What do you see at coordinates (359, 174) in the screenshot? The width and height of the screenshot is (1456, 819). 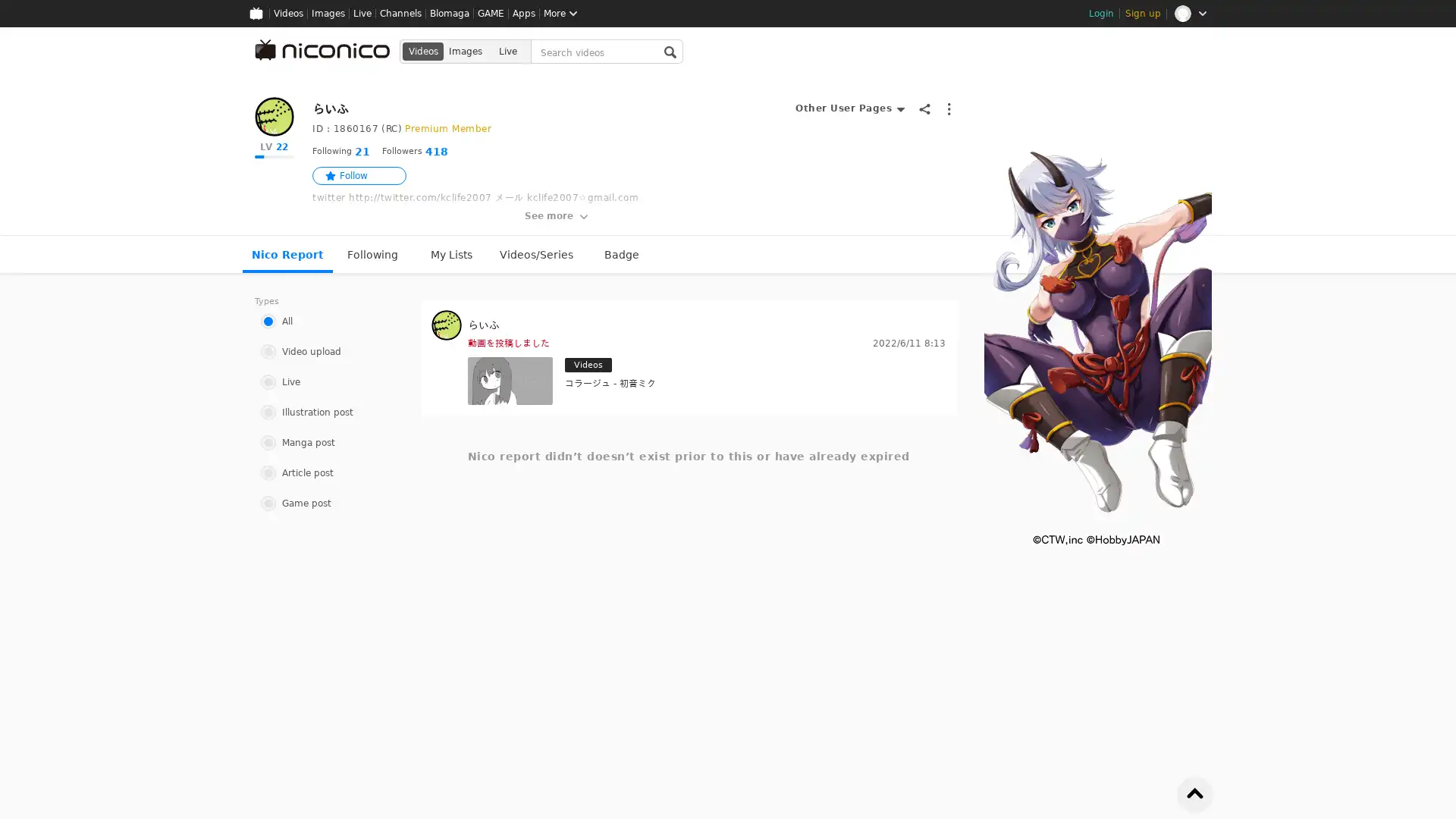 I see `Follow` at bounding box center [359, 174].